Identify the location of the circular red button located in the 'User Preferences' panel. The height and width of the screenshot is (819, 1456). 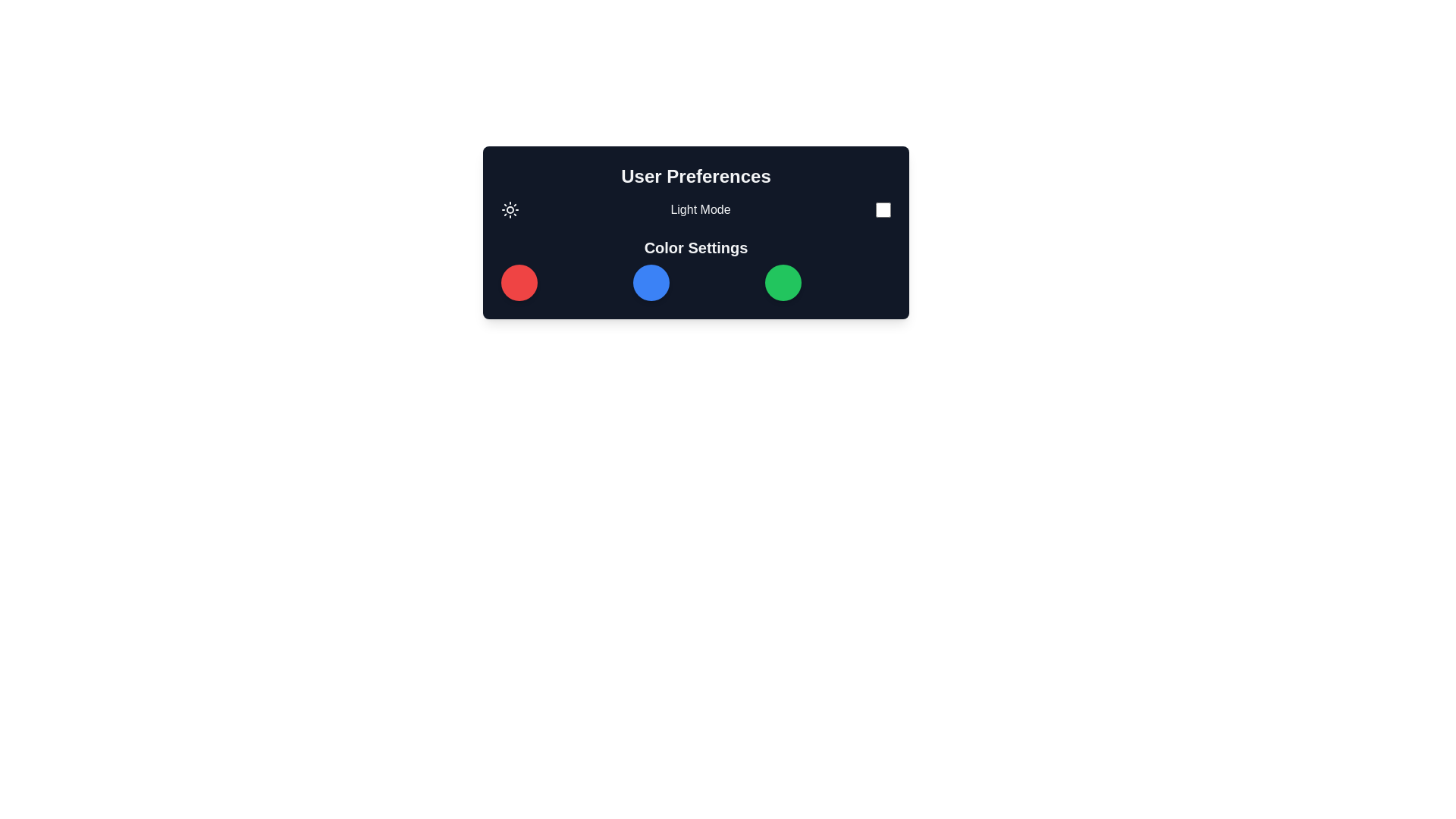
(519, 283).